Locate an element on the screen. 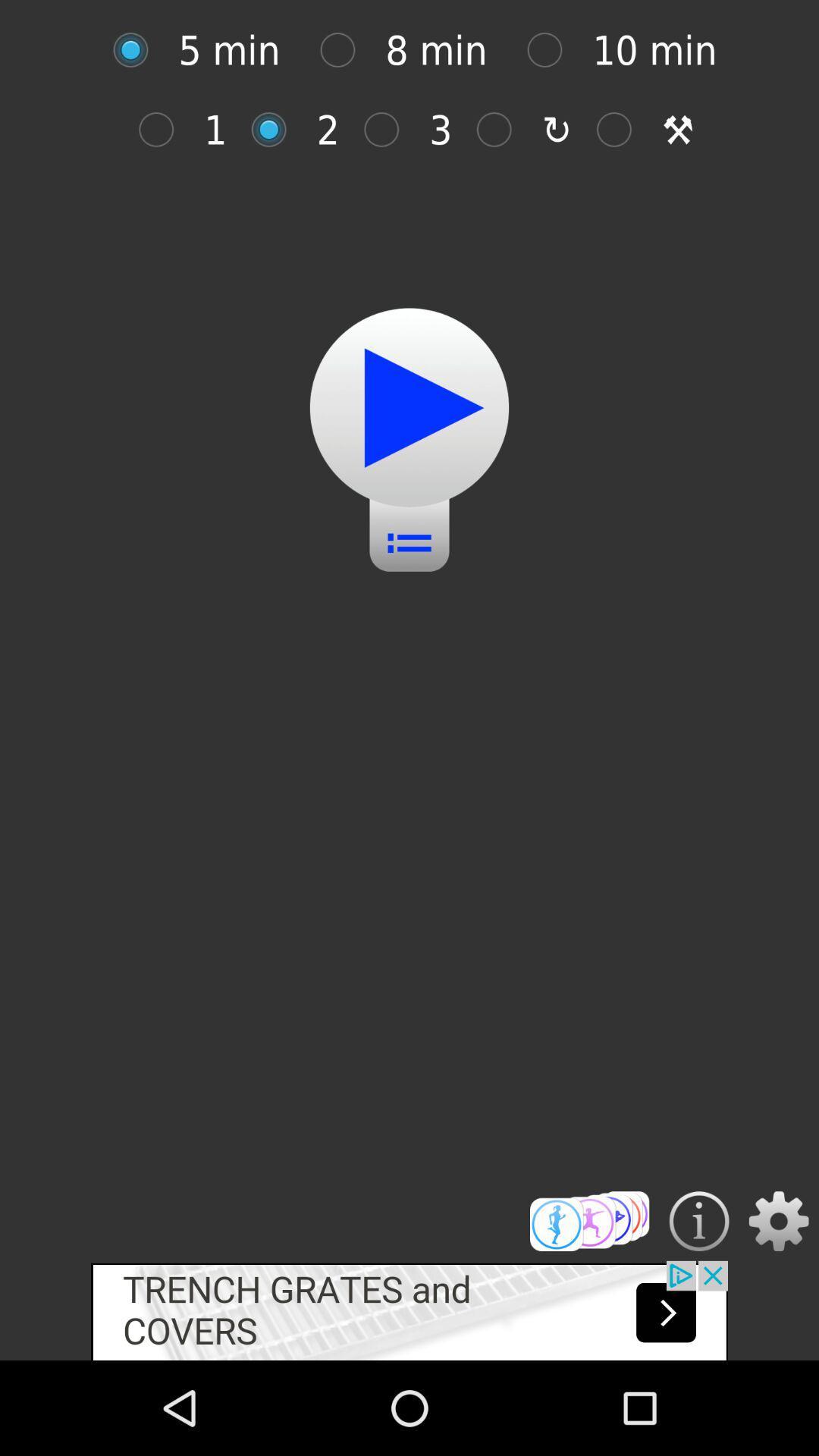 This screenshot has height=1456, width=819. play is located at coordinates (409, 407).